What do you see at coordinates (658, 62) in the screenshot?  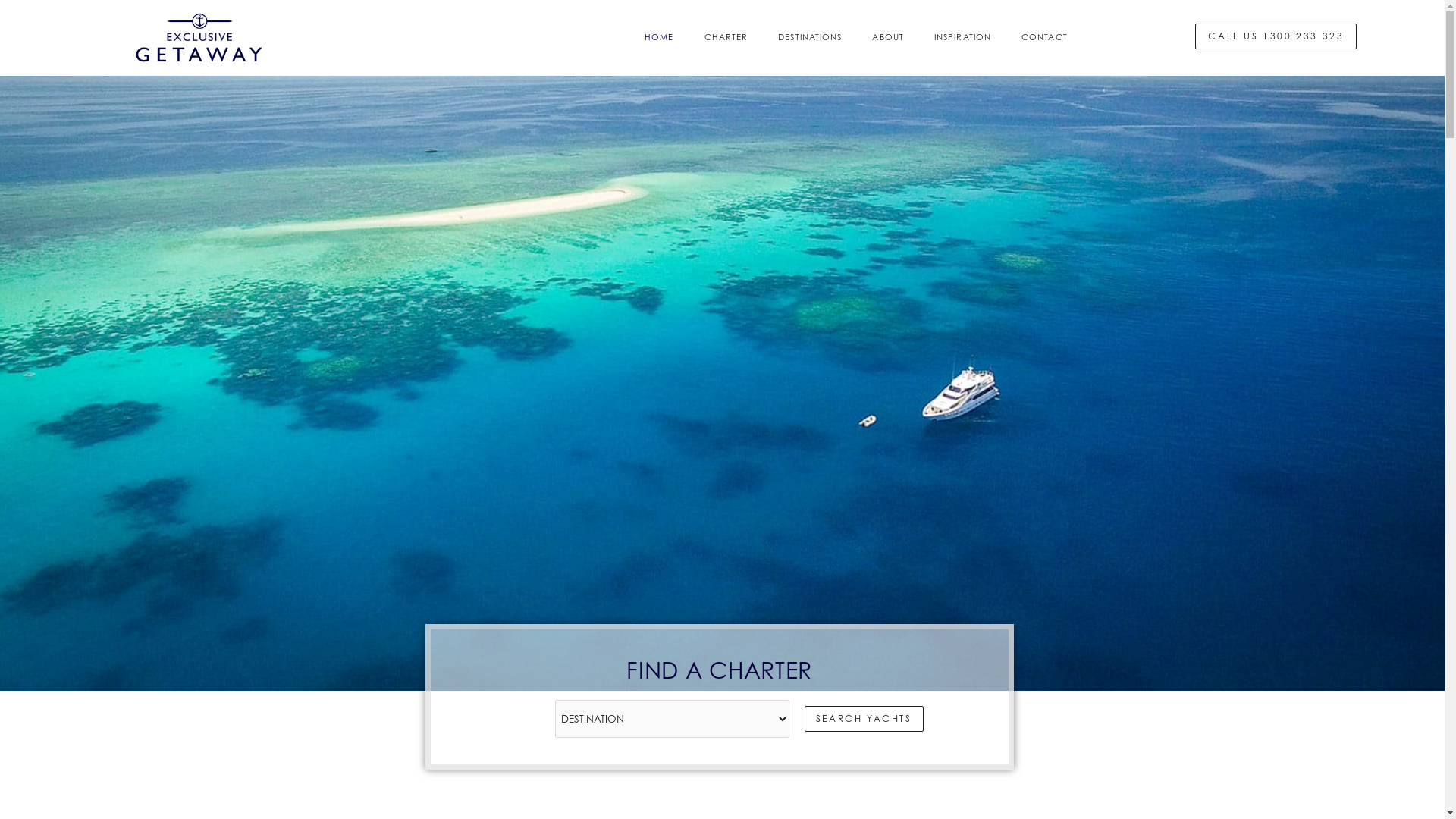 I see `'HOME'` at bounding box center [658, 62].